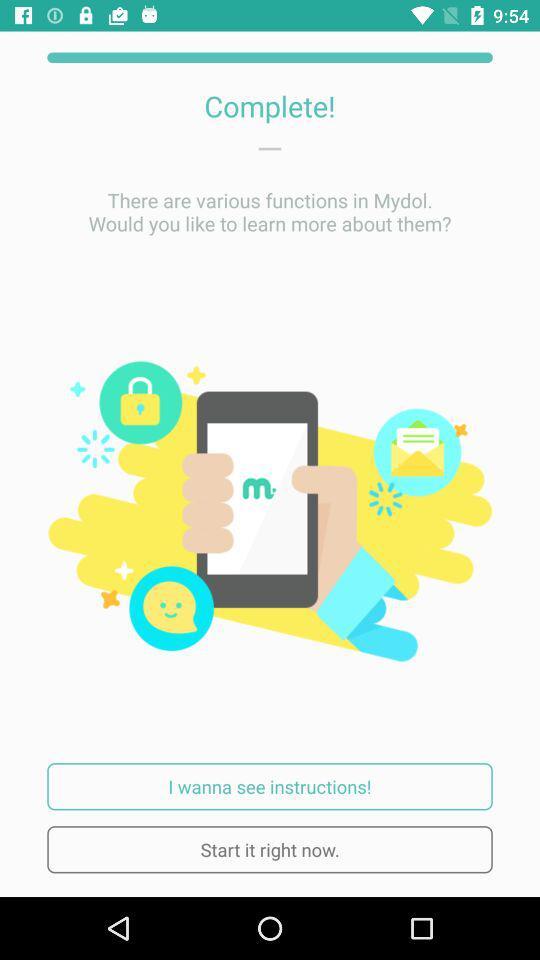 This screenshot has width=540, height=960. Describe the element at coordinates (270, 786) in the screenshot. I see `i wanna see` at that location.